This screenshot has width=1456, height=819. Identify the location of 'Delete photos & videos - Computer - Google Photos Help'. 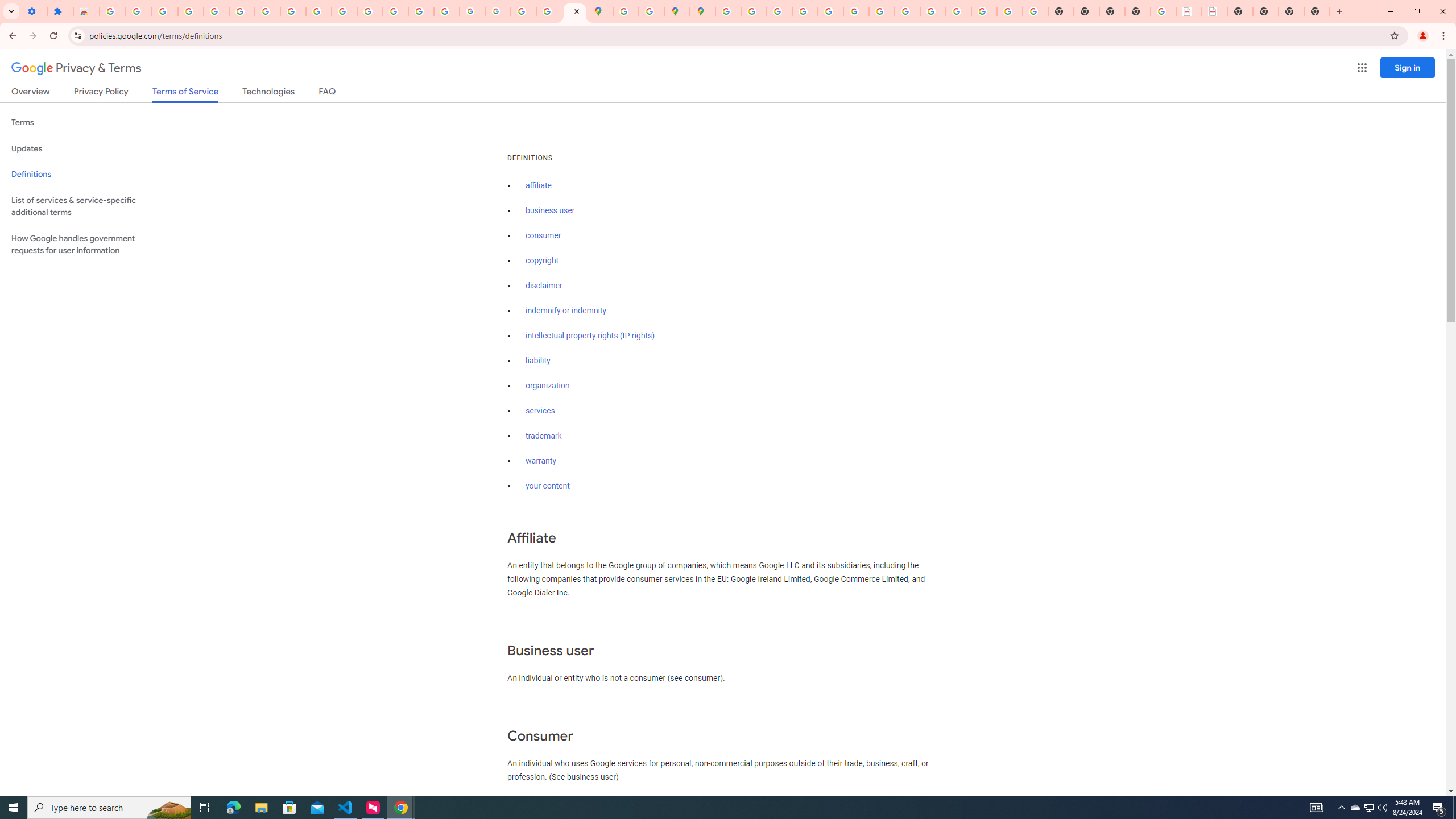
(164, 11).